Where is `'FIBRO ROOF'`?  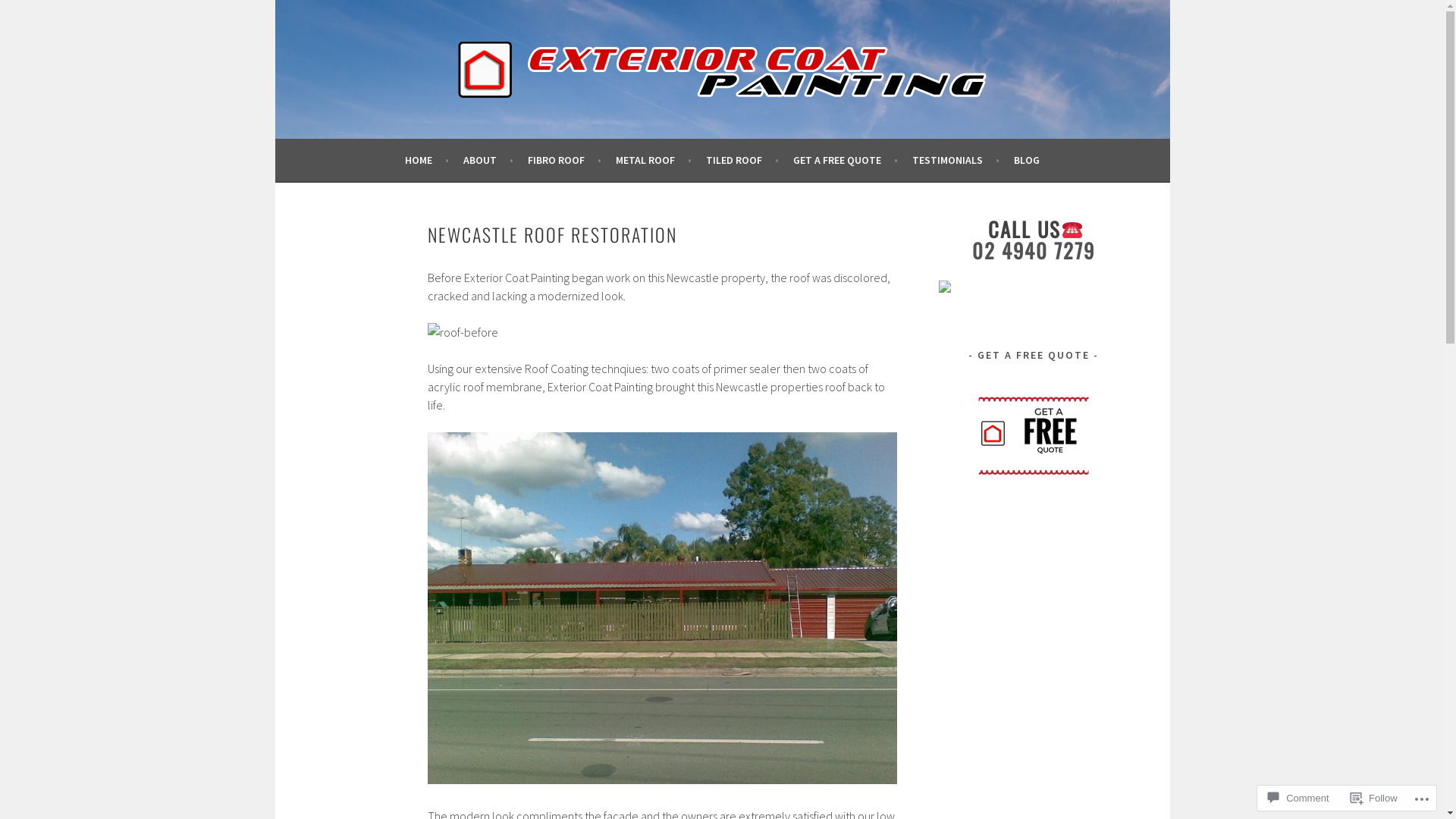
'FIBRO ROOF' is located at coordinates (563, 160).